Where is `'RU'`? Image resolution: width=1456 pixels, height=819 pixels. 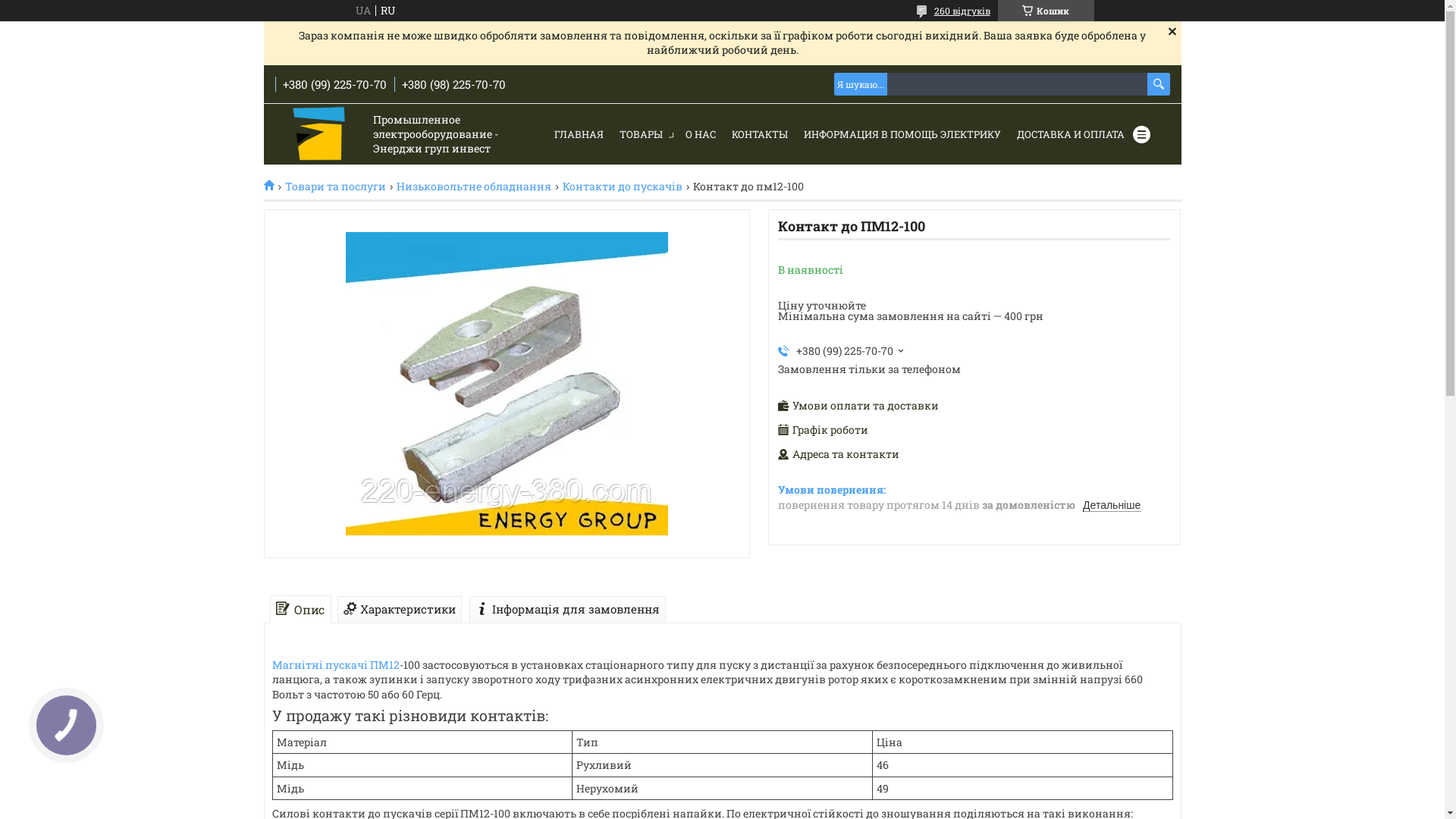
'RU' is located at coordinates (375, 11).